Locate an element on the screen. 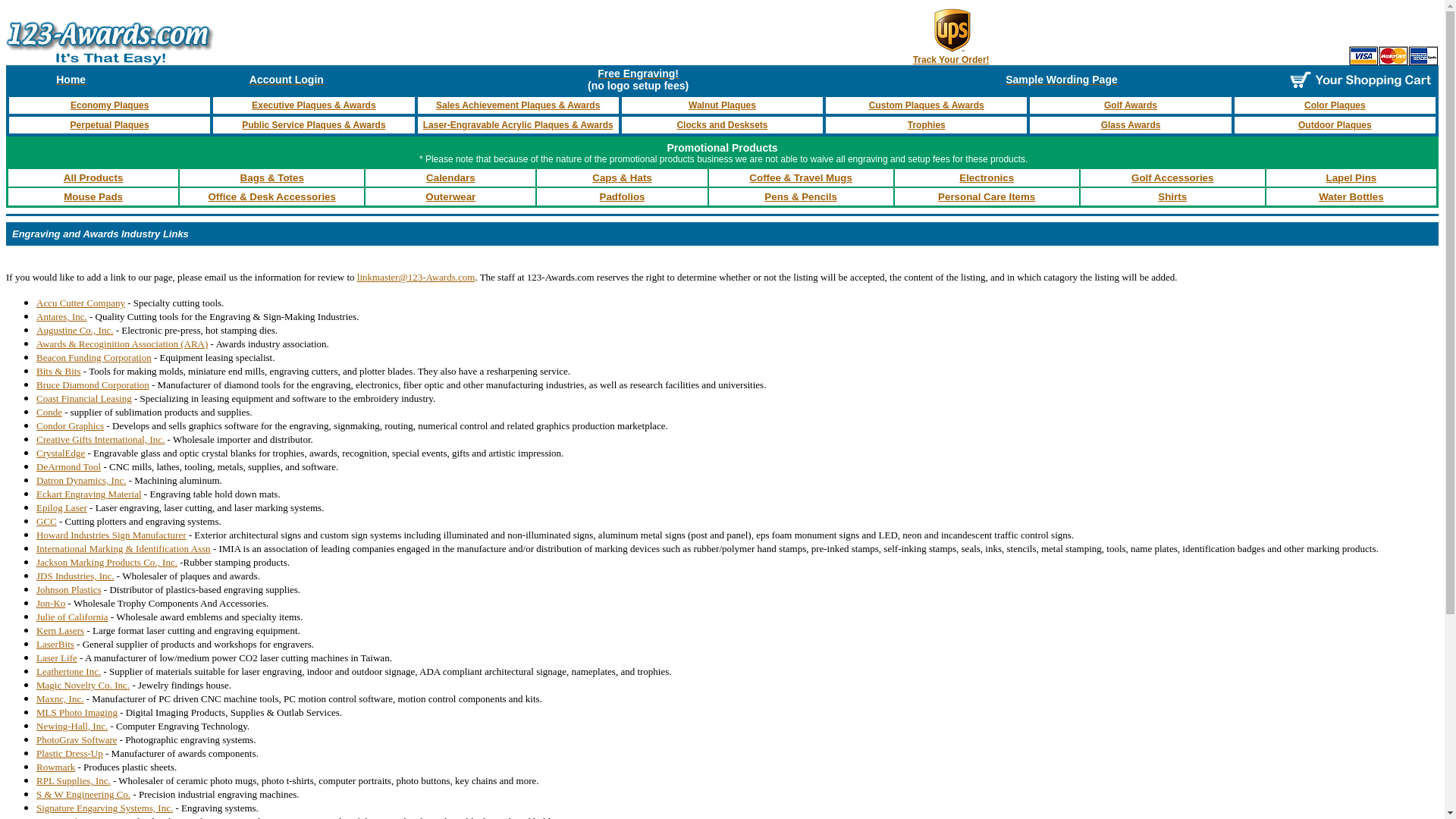 Image resolution: width=1456 pixels, height=819 pixels. 'Maxnc, Inc.' is located at coordinates (59, 698).